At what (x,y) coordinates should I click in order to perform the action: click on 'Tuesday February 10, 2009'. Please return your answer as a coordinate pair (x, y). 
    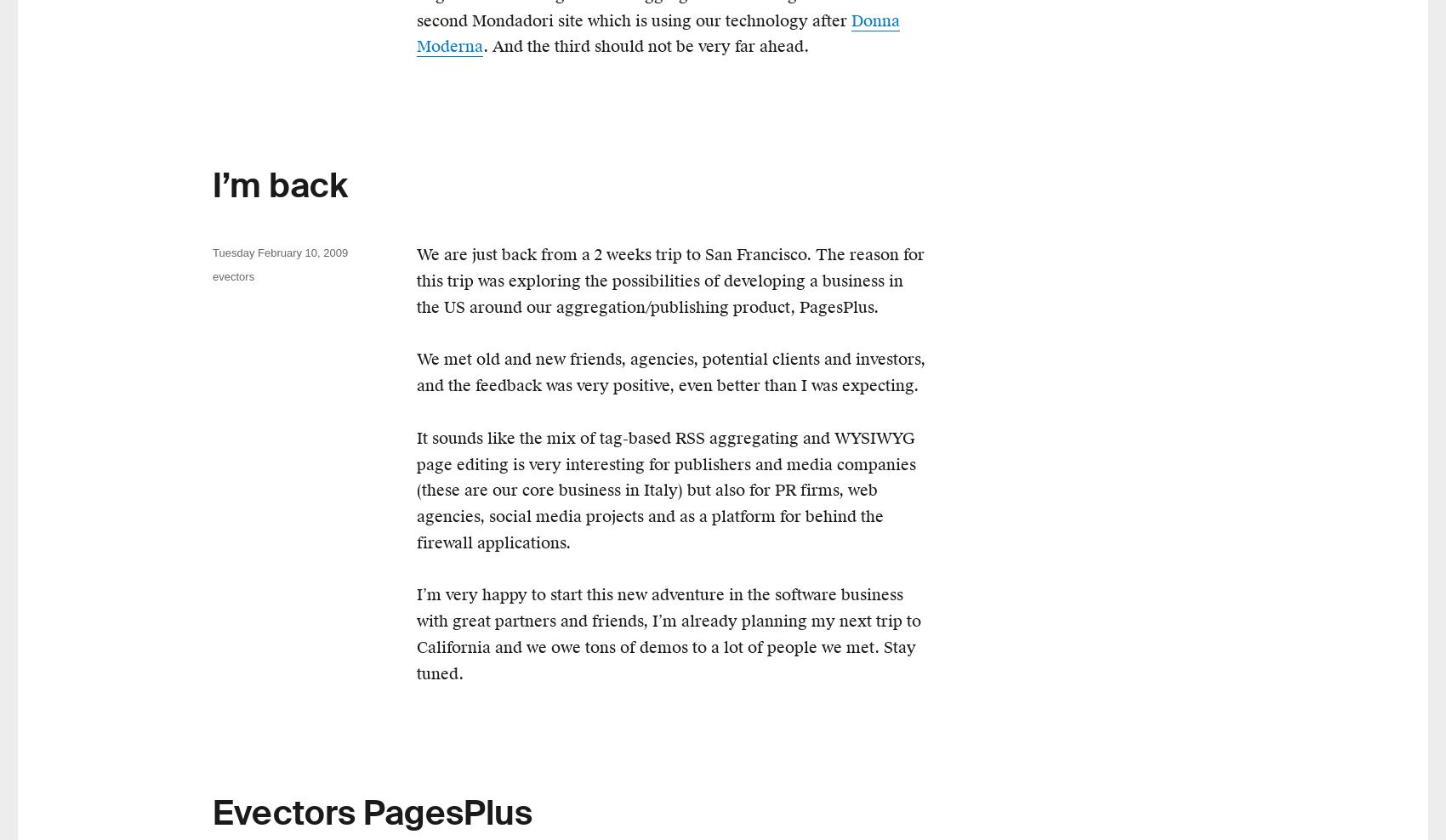
    Looking at the image, I should click on (279, 252).